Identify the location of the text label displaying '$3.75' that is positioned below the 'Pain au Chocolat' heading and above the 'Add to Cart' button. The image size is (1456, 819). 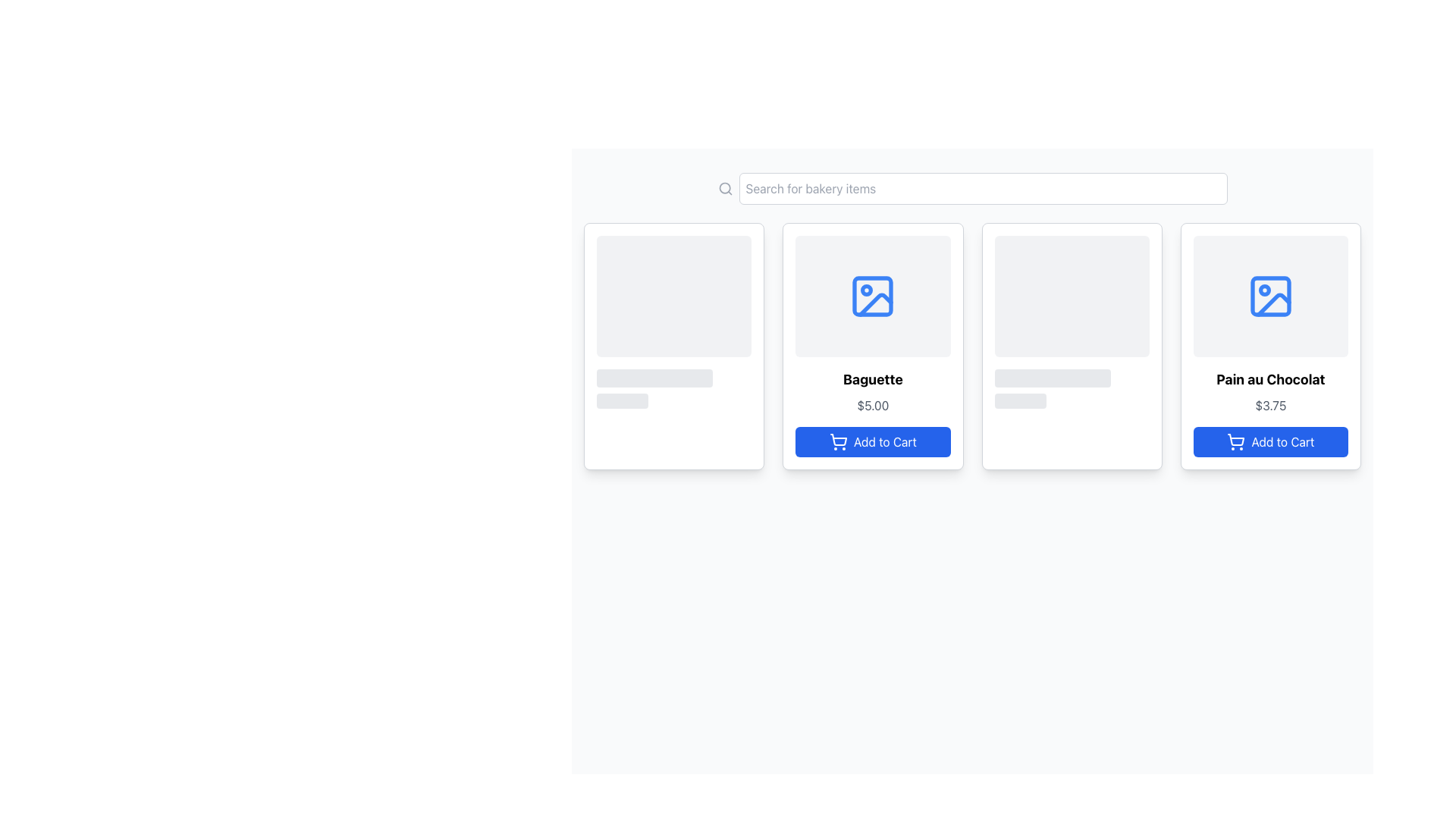
(1270, 405).